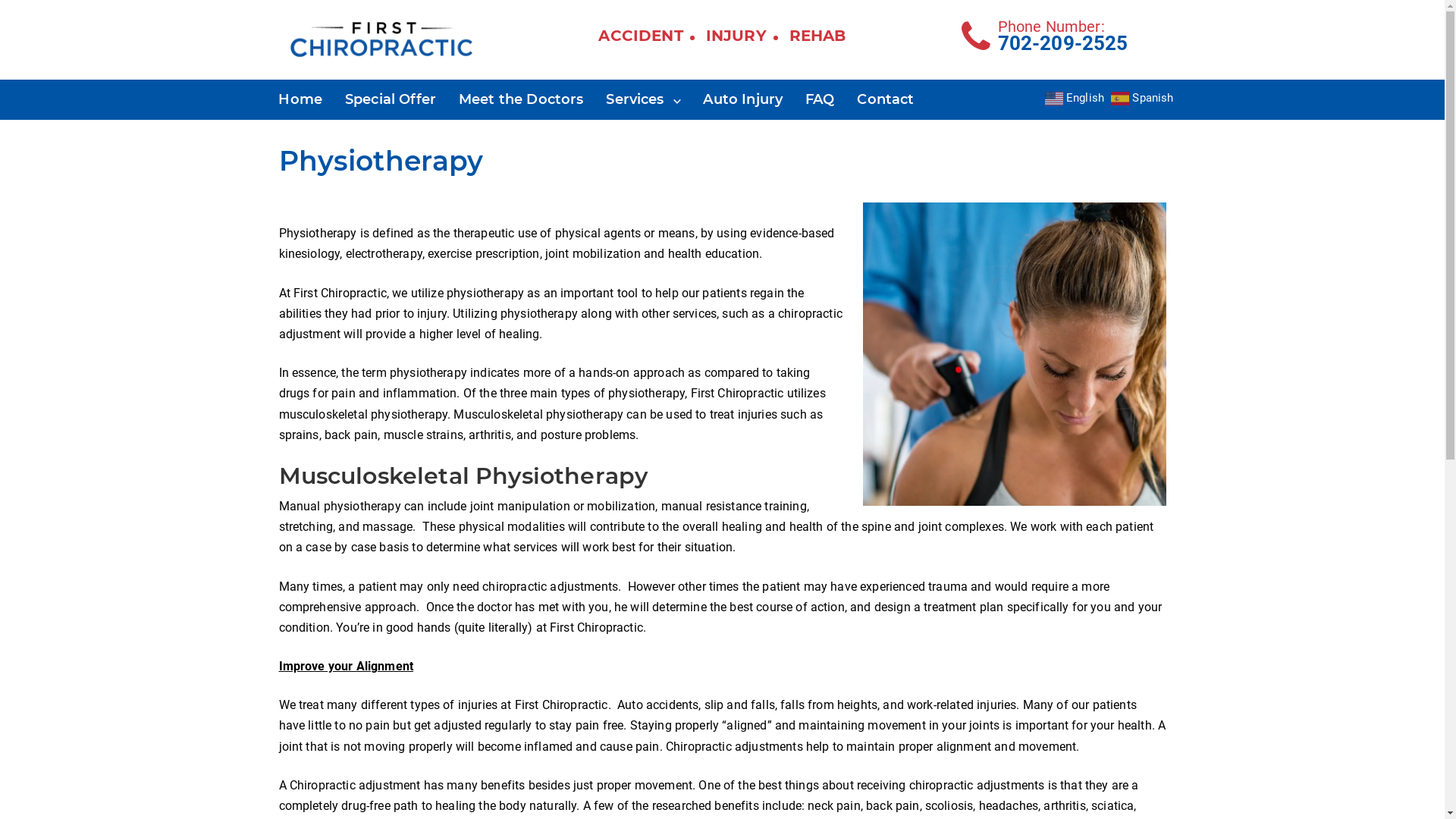  I want to click on 'FAQ', so click(818, 99).